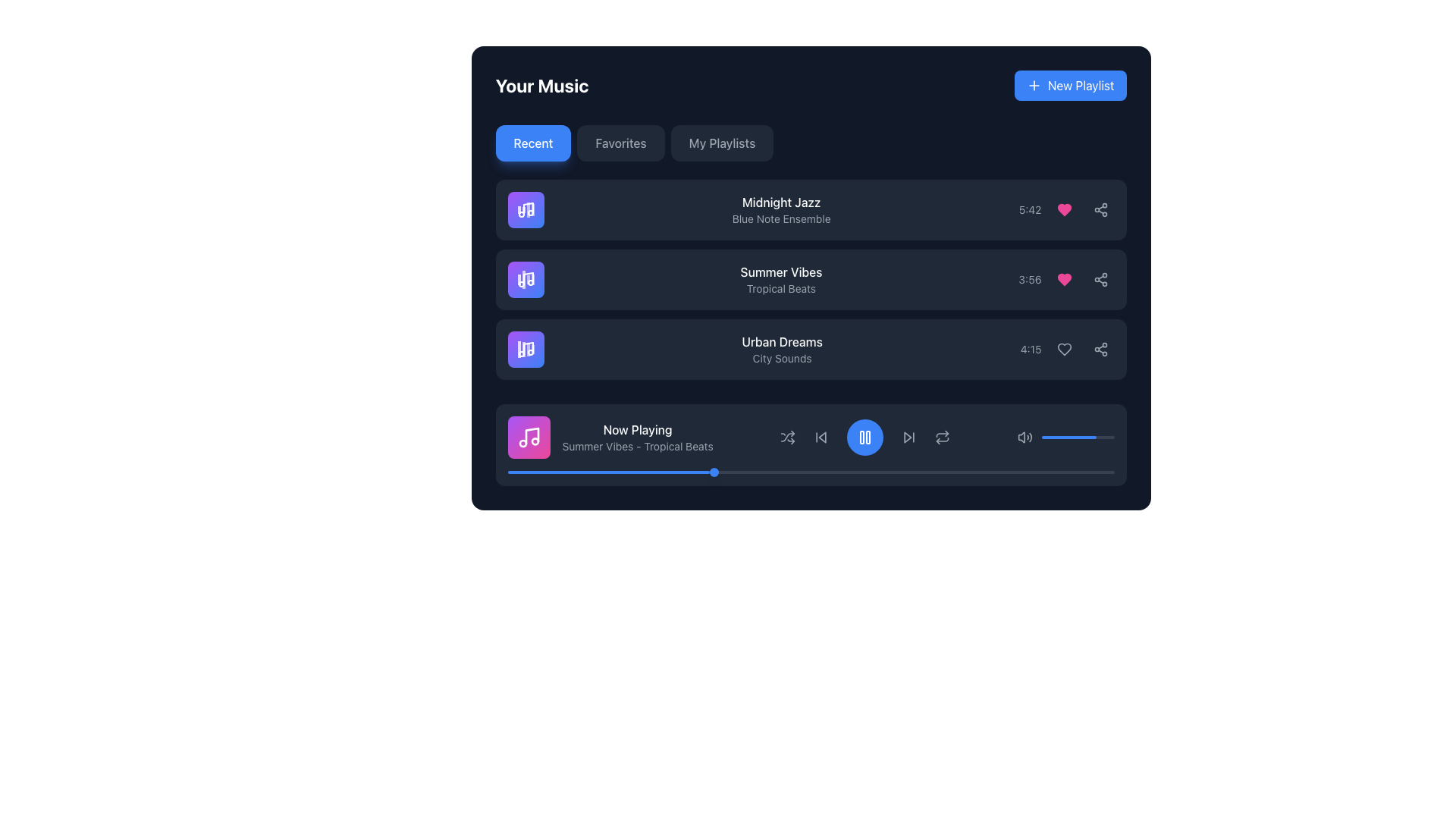  Describe the element at coordinates (942, 438) in the screenshot. I see `the repeat mode toggle button located immediately to the right of the play button in the control bar of the music player interface` at that location.